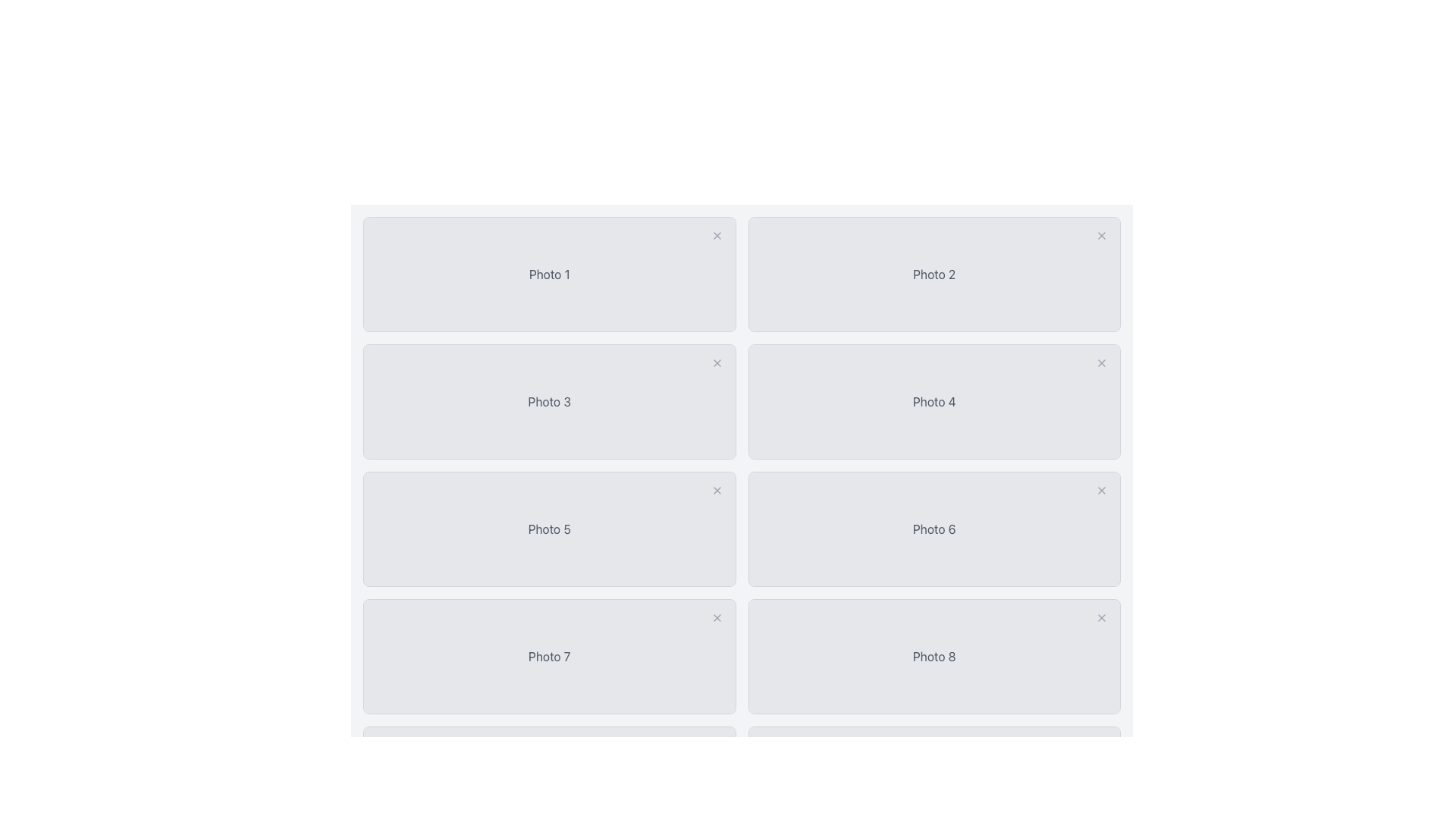  Describe the element at coordinates (716, 362) in the screenshot. I see `the close 'X' button located in the top right corner of the 'Photo 3' card` at that location.